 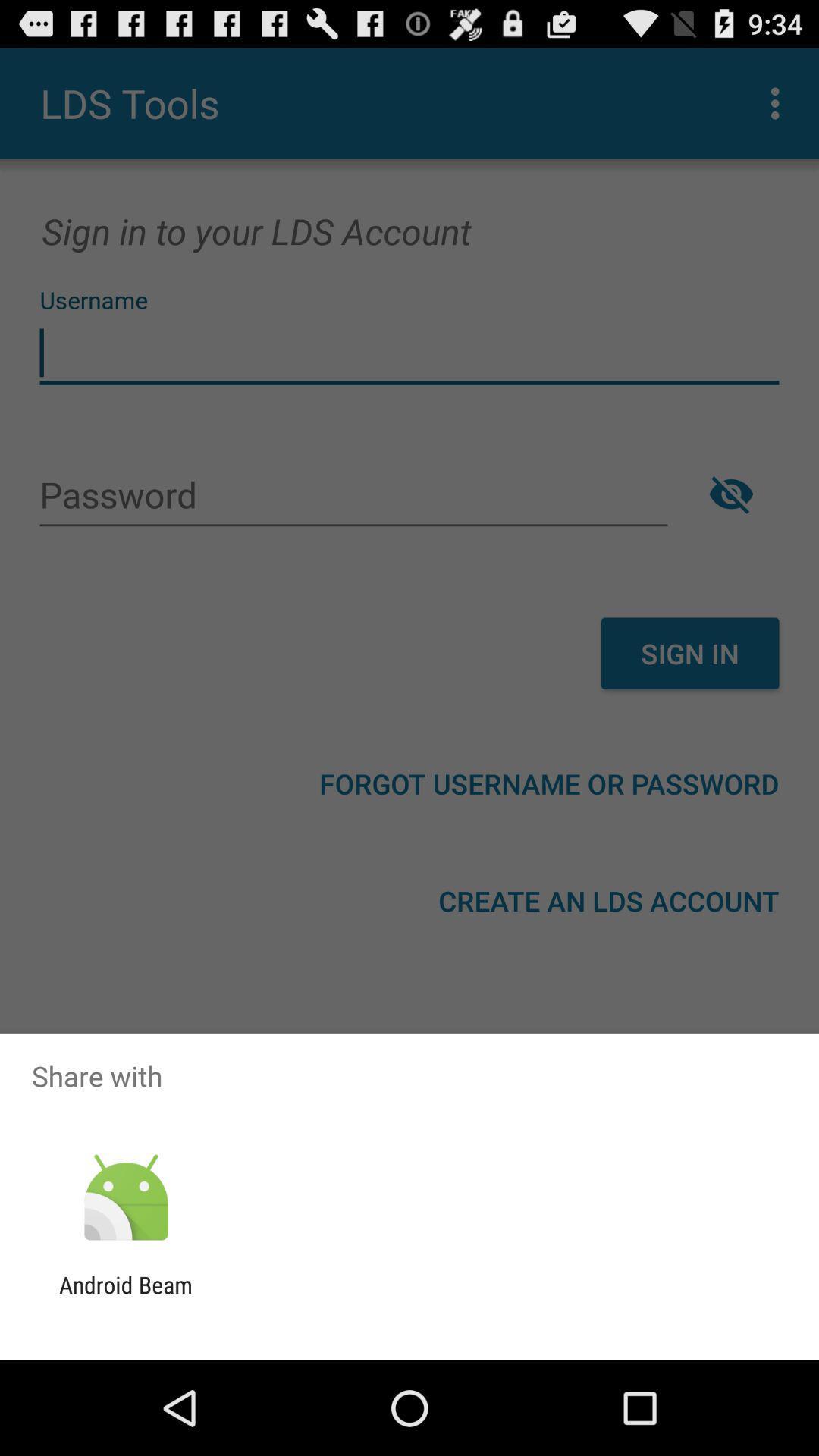 What do you see at coordinates (125, 1197) in the screenshot?
I see `icon above the android beam` at bounding box center [125, 1197].